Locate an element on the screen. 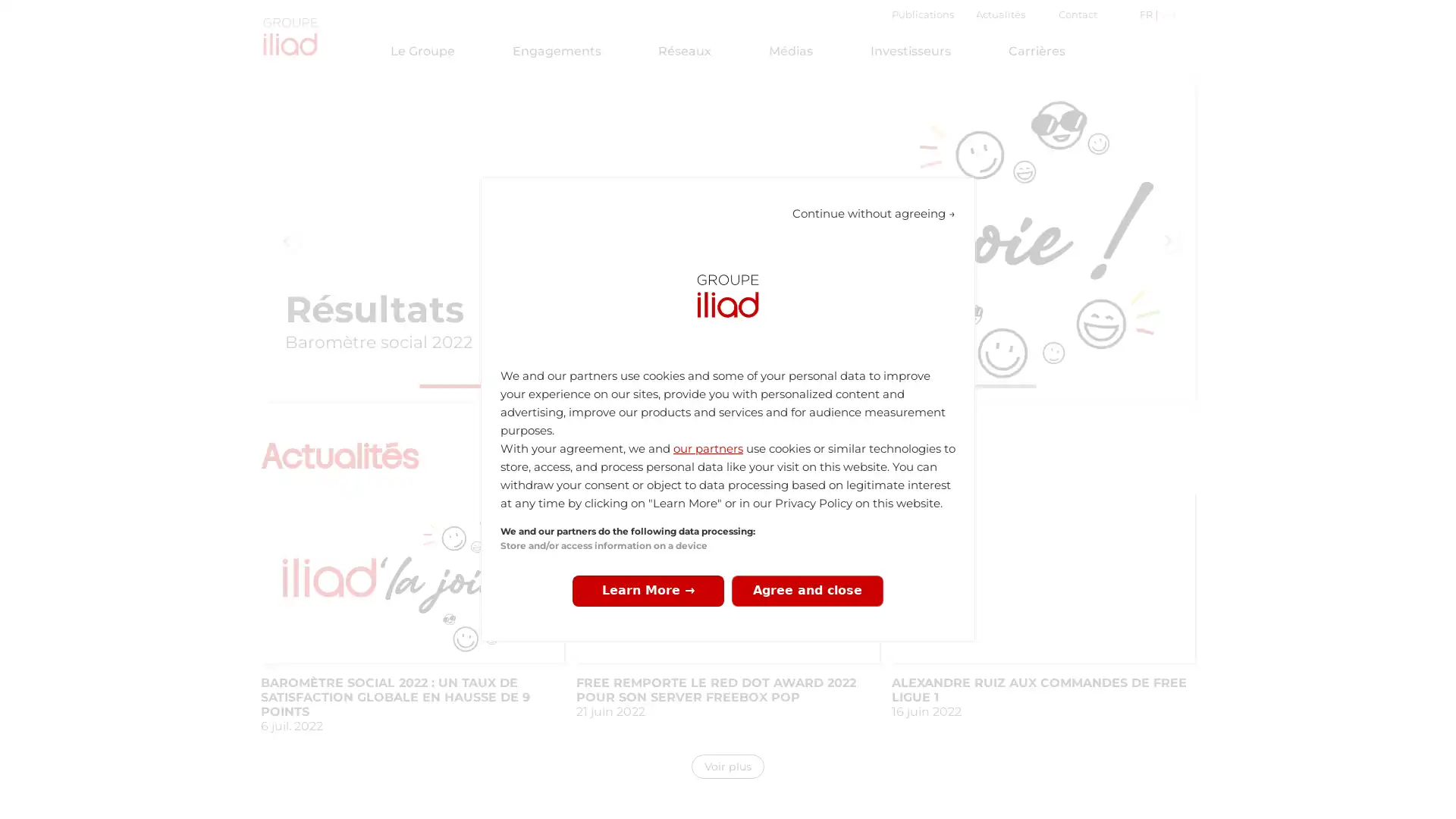 The image size is (1456, 819). FR is located at coordinates (1147, 14).